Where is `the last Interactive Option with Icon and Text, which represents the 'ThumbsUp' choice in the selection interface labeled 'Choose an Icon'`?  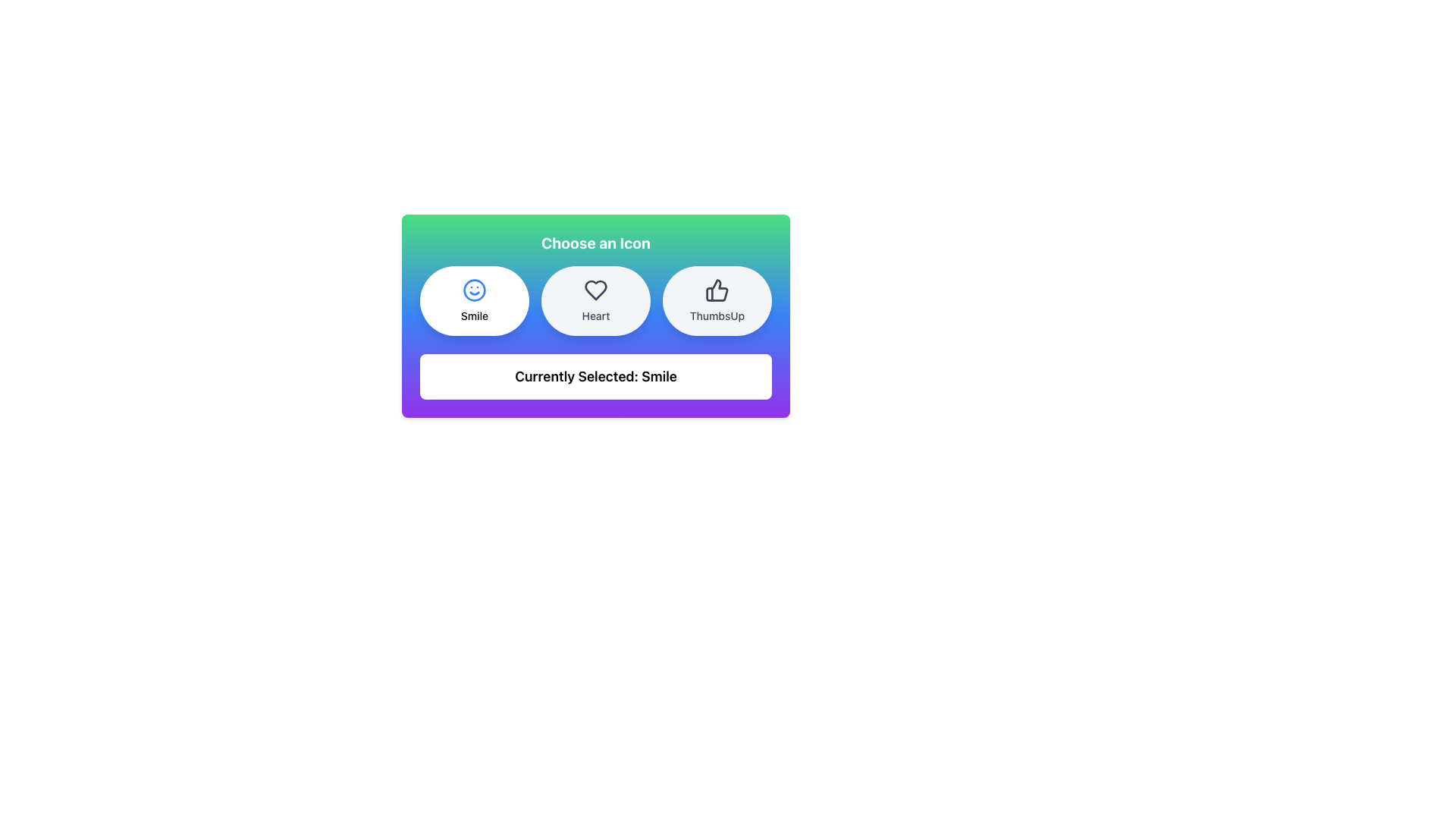 the last Interactive Option with Icon and Text, which represents the 'ThumbsUp' choice in the selection interface labeled 'Choose an Icon' is located at coordinates (716, 301).